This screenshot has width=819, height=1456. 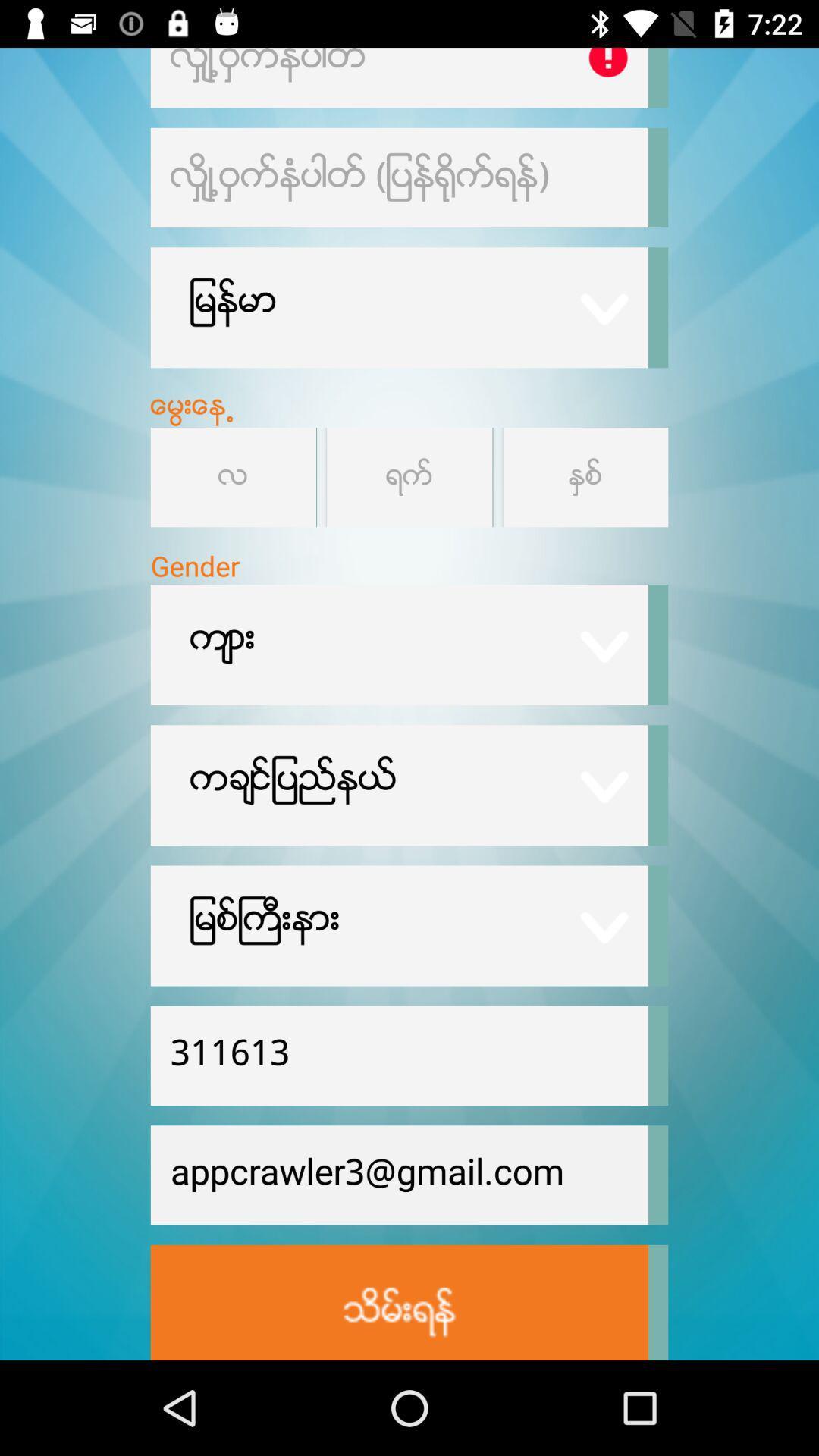 I want to click on value select button, so click(x=409, y=476).